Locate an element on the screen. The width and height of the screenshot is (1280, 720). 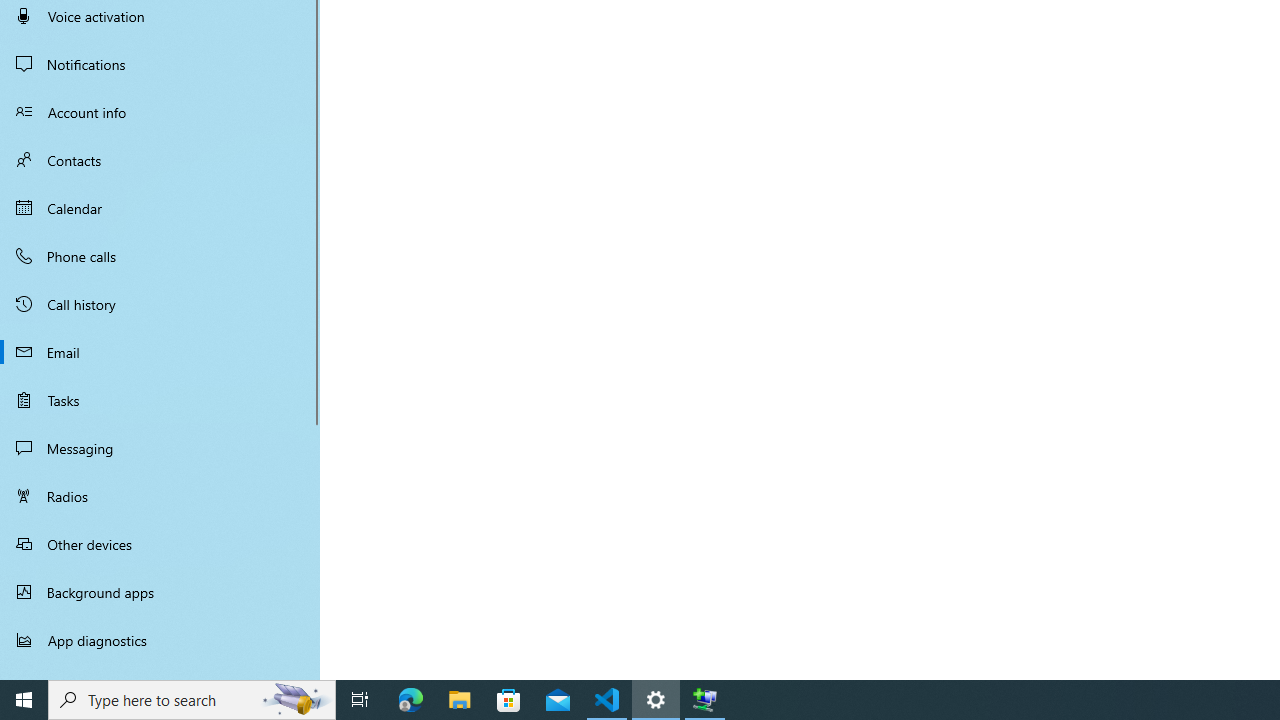
'Start' is located at coordinates (24, 698).